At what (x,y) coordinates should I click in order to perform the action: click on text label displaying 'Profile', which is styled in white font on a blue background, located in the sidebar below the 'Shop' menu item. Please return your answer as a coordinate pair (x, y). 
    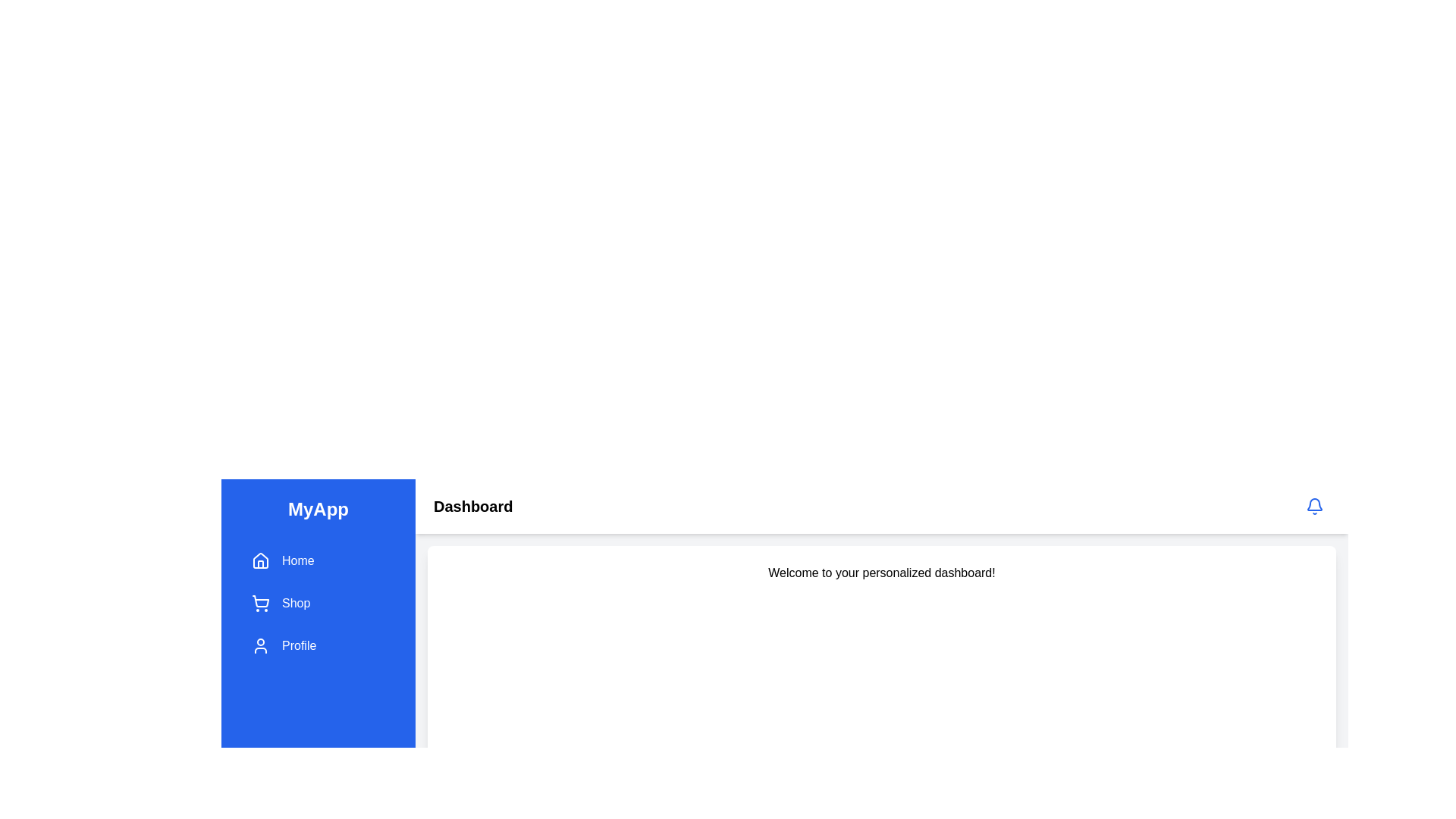
    Looking at the image, I should click on (299, 646).